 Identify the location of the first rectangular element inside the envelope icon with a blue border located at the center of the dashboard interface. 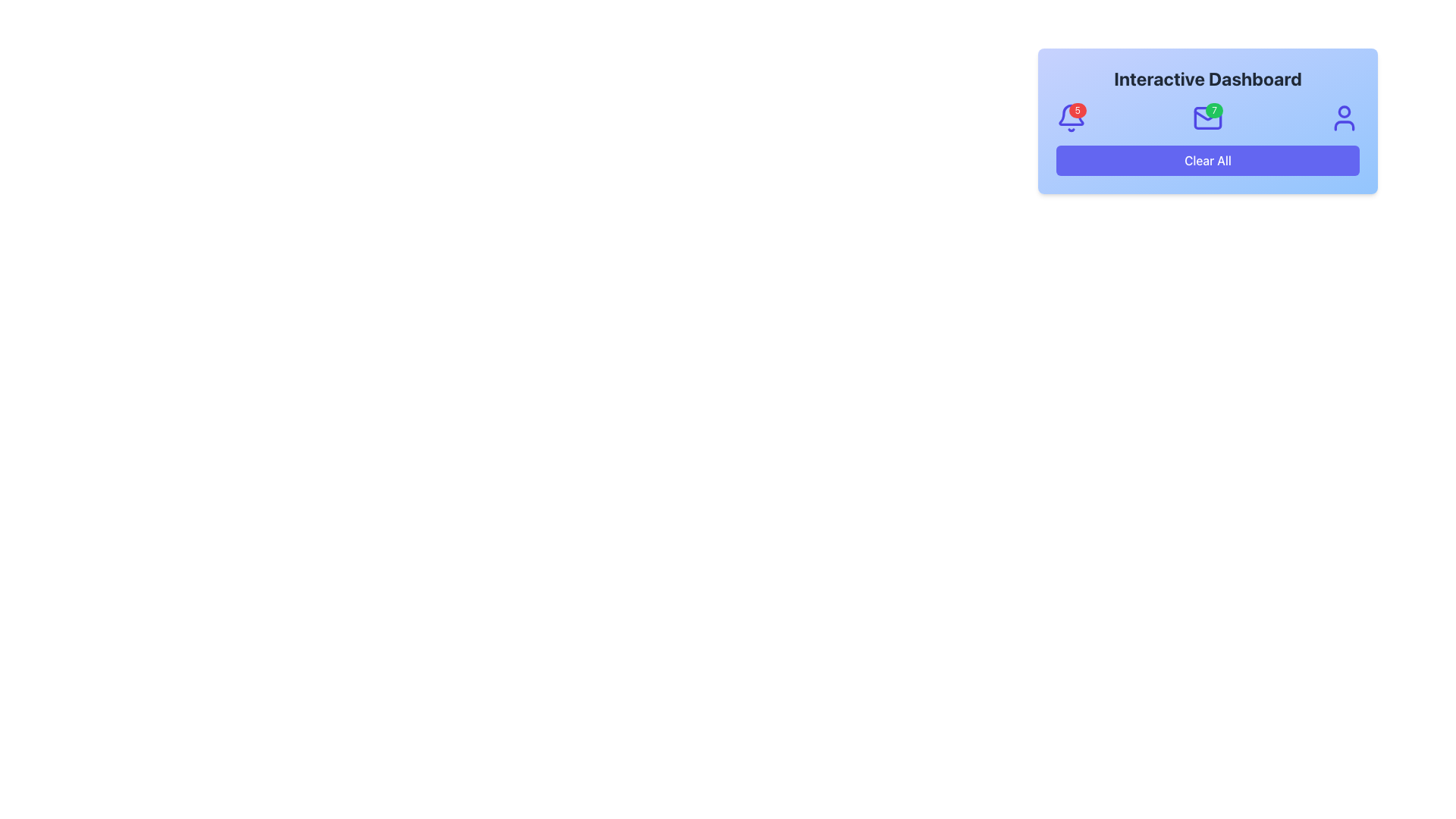
(1207, 117).